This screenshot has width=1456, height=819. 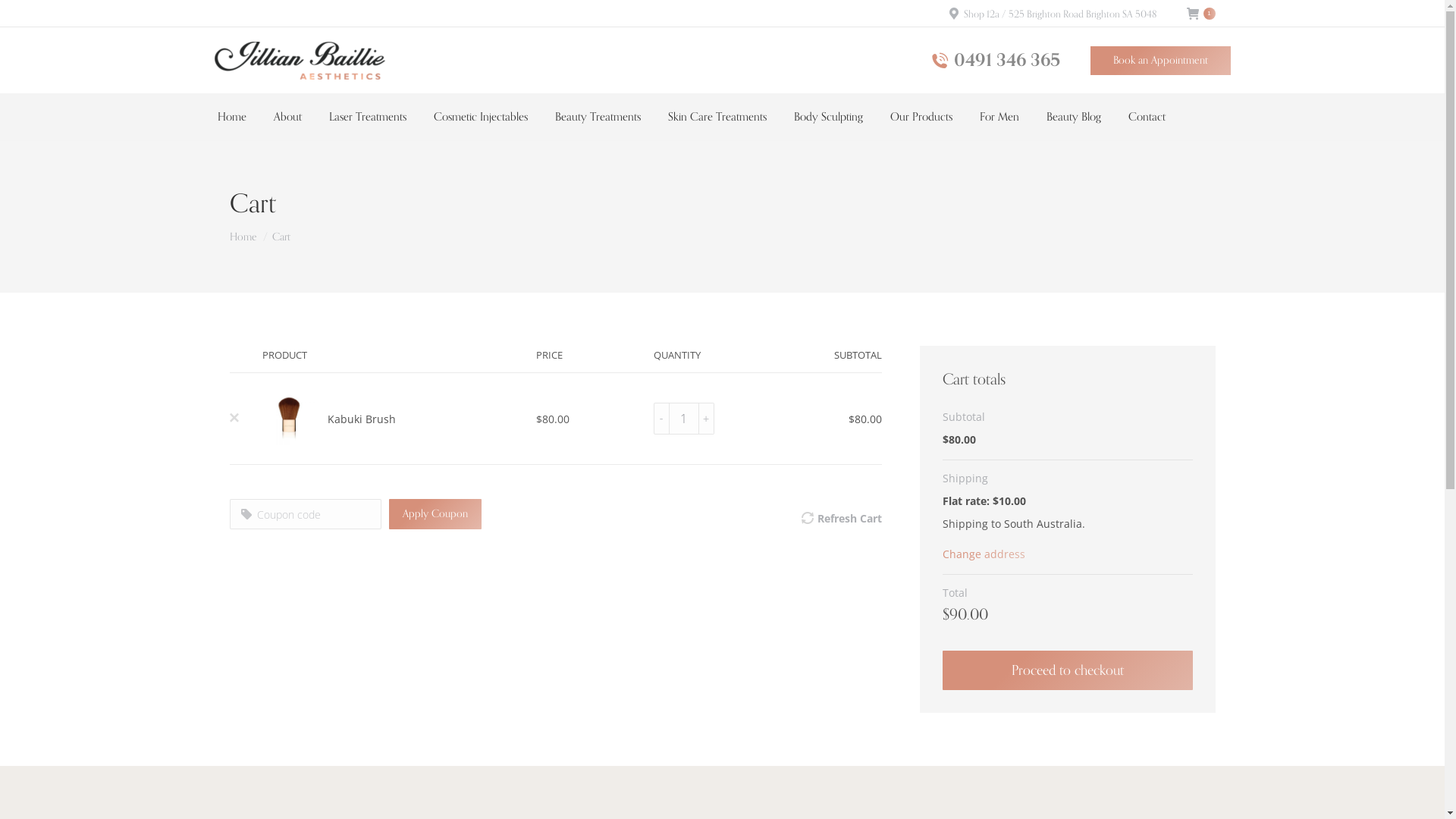 I want to click on 'About', so click(x=269, y=116).